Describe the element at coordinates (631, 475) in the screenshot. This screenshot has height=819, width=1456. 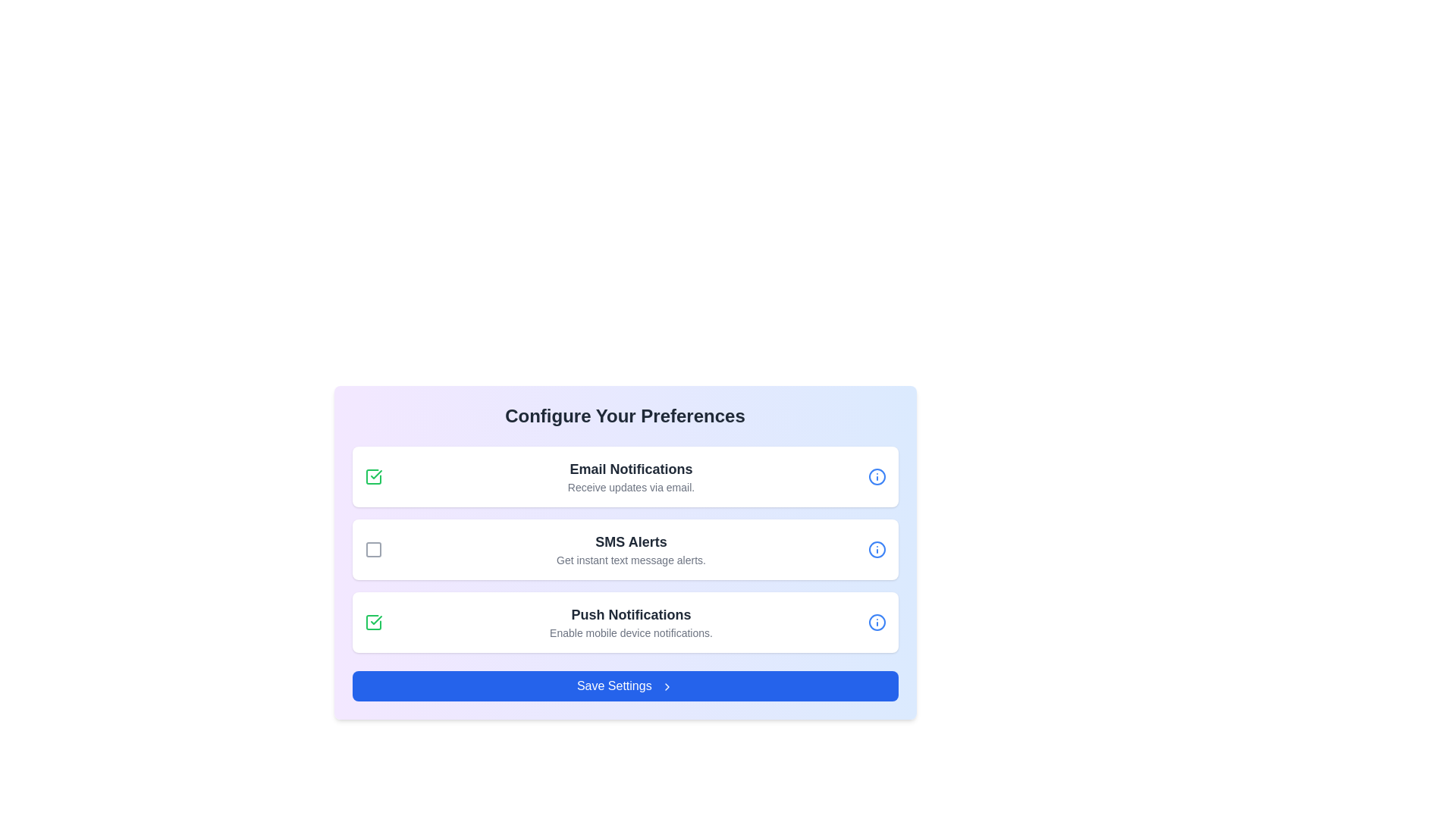
I see `the 'Email Notifications' text block, which contains the title in bold and the description in smaller font, located in the first row of settings options` at that location.